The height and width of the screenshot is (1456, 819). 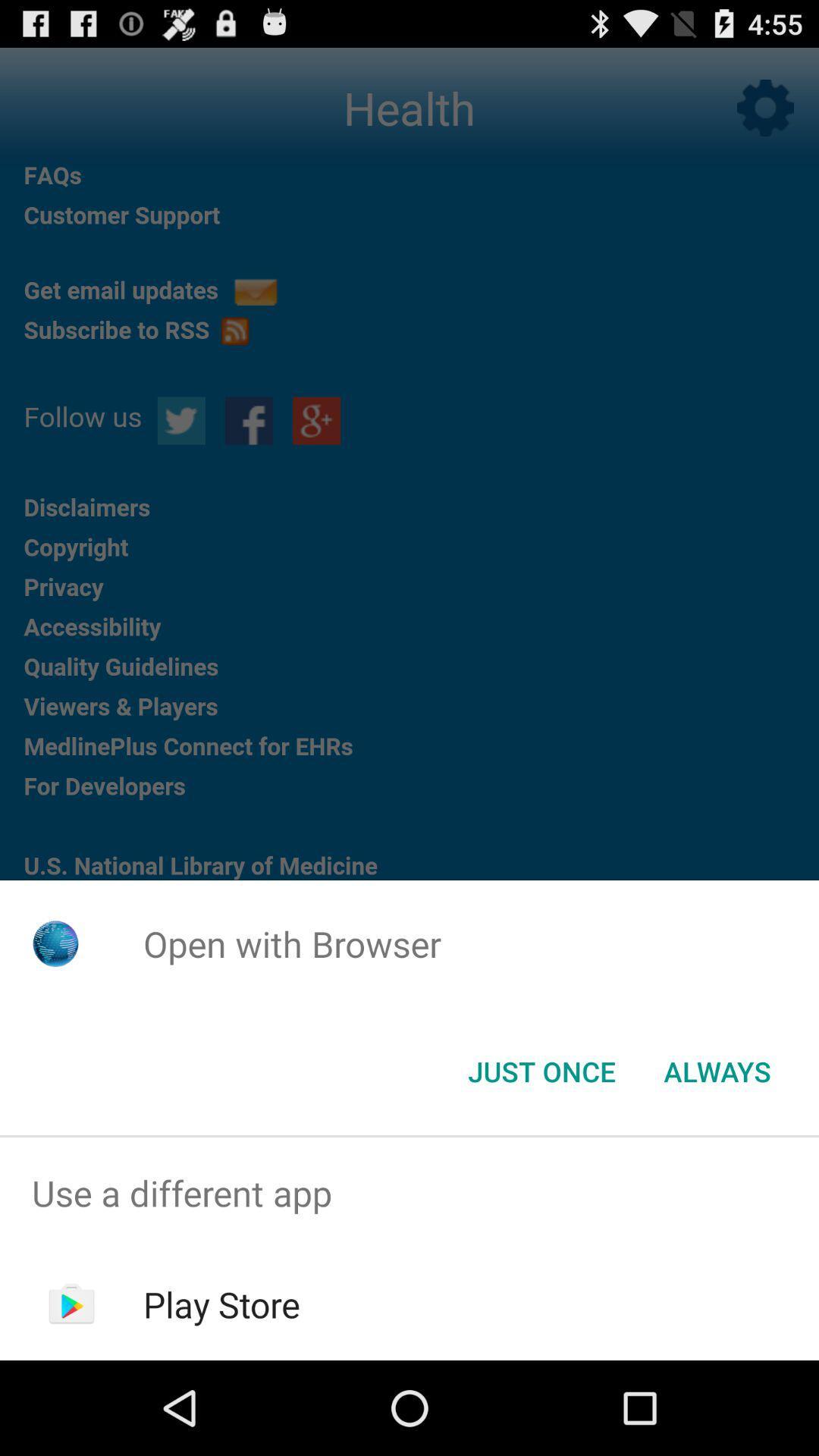 I want to click on the just once icon, so click(x=541, y=1070).